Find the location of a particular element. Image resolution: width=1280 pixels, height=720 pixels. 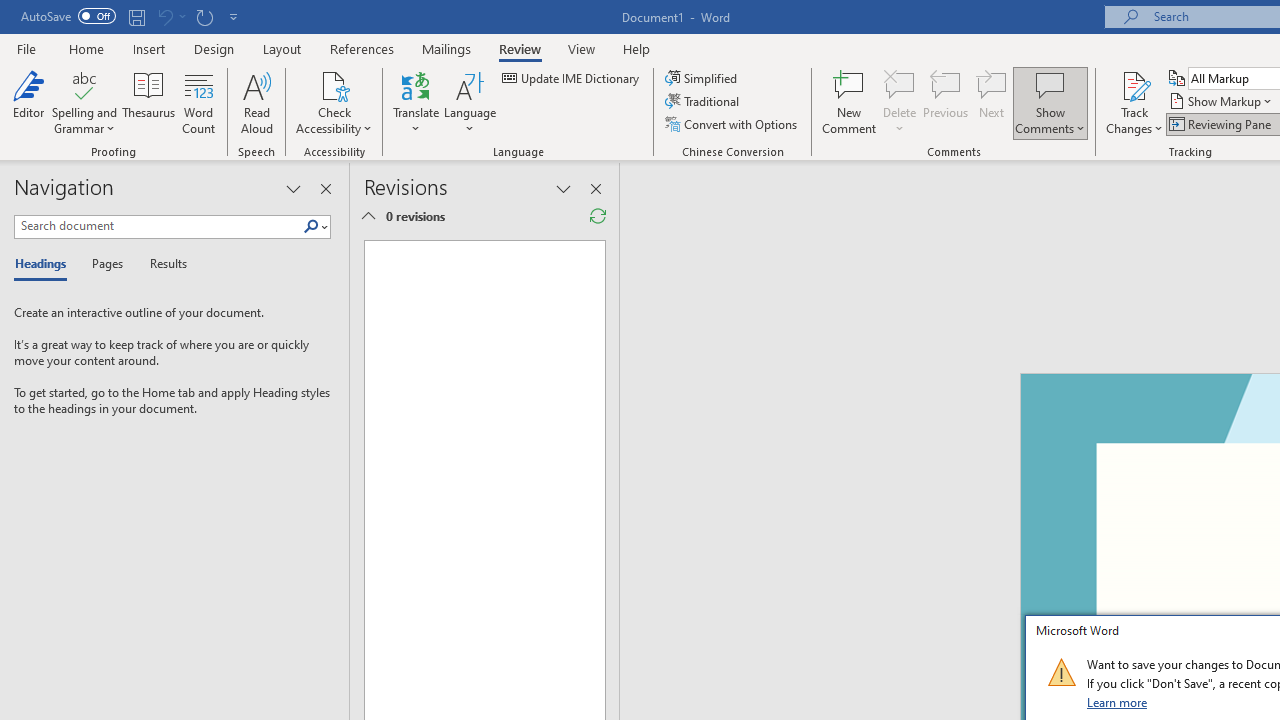

'Can' is located at coordinates (164, 16).